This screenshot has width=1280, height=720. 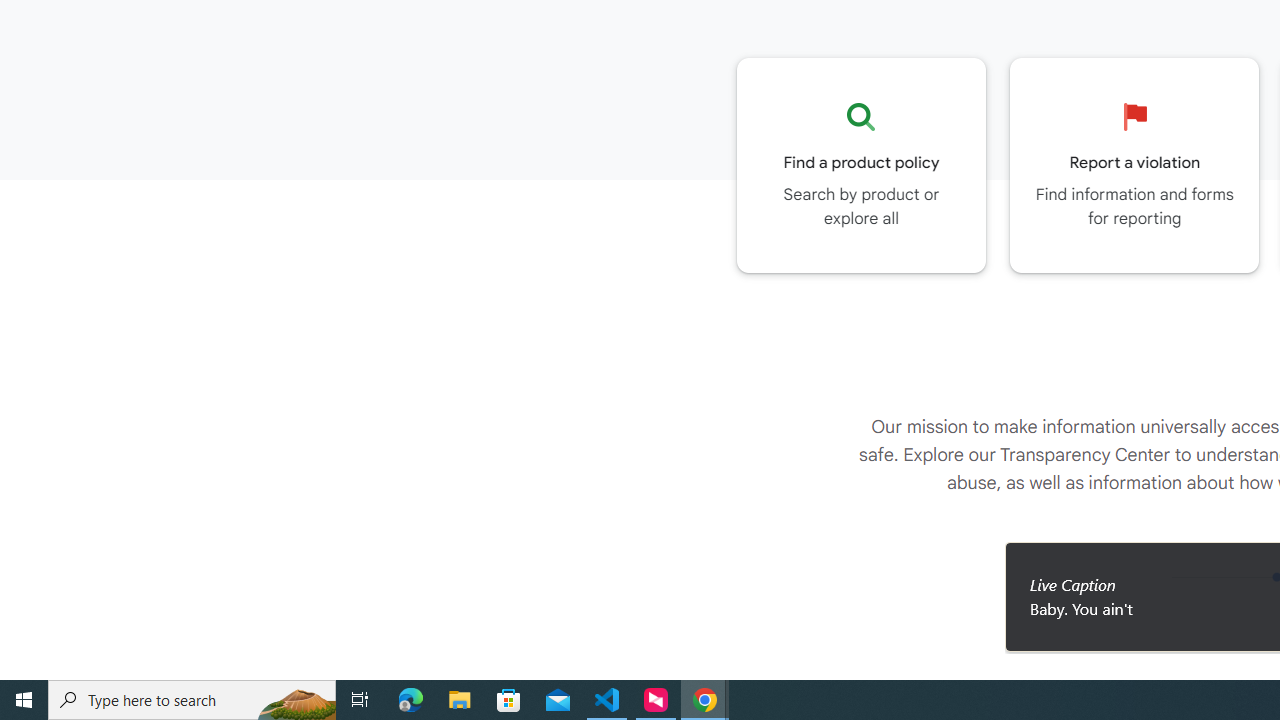 What do you see at coordinates (1134, 164) in the screenshot?
I see `'Go to the Reporting and appeals page'` at bounding box center [1134, 164].